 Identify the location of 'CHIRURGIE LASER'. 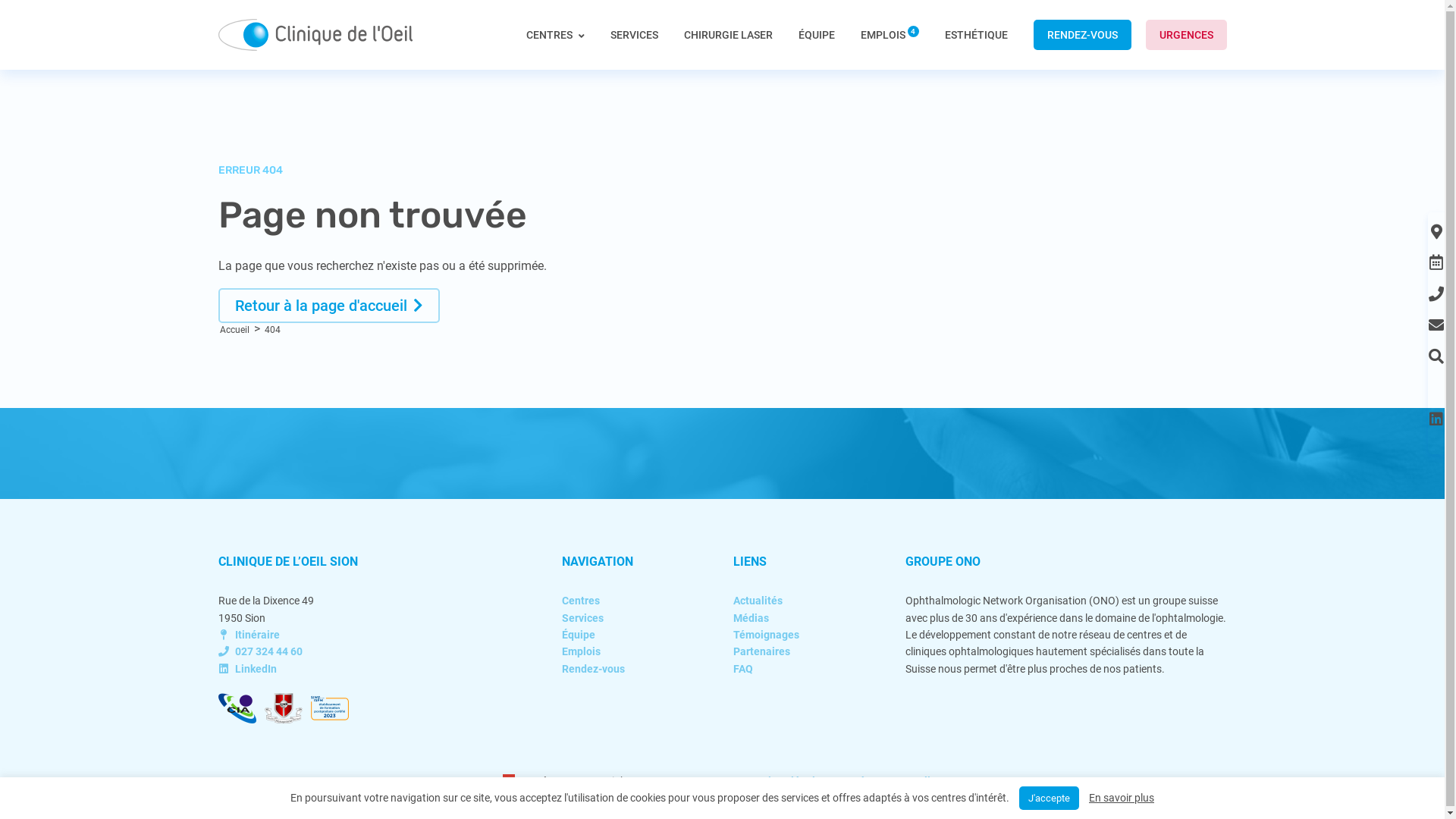
(728, 34).